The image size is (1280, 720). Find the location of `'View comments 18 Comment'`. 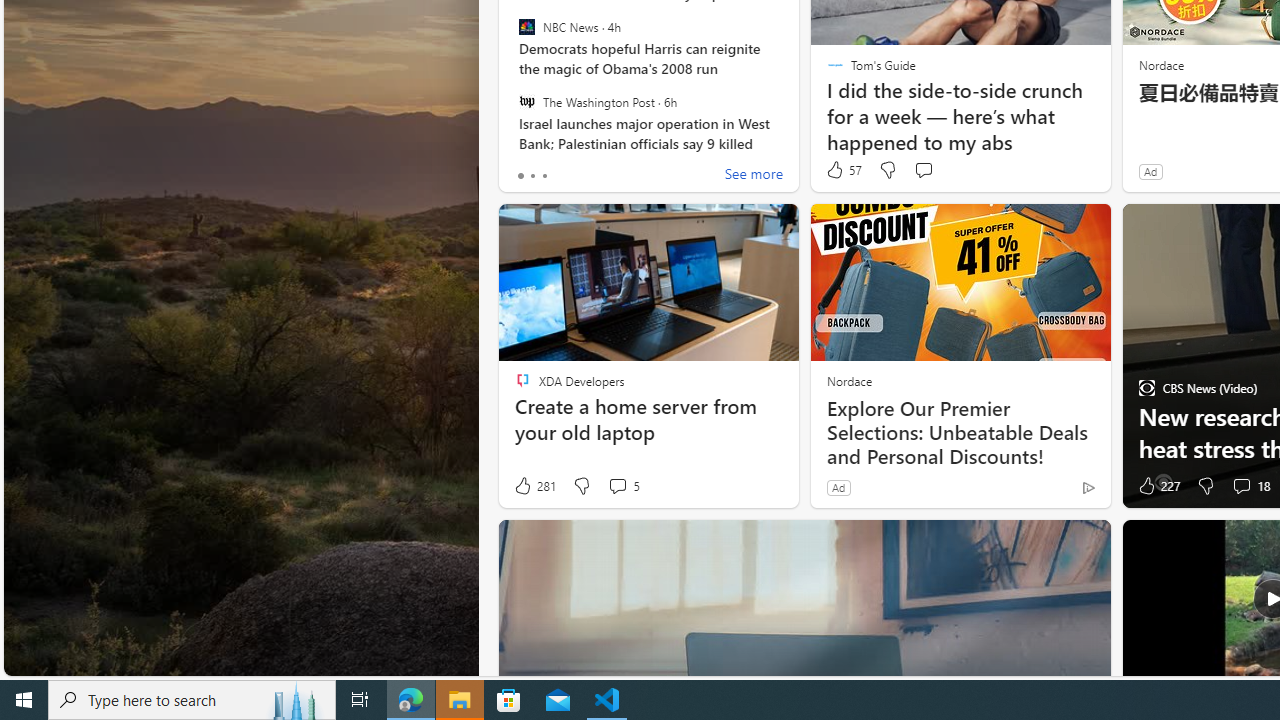

'View comments 18 Comment' is located at coordinates (1240, 486).